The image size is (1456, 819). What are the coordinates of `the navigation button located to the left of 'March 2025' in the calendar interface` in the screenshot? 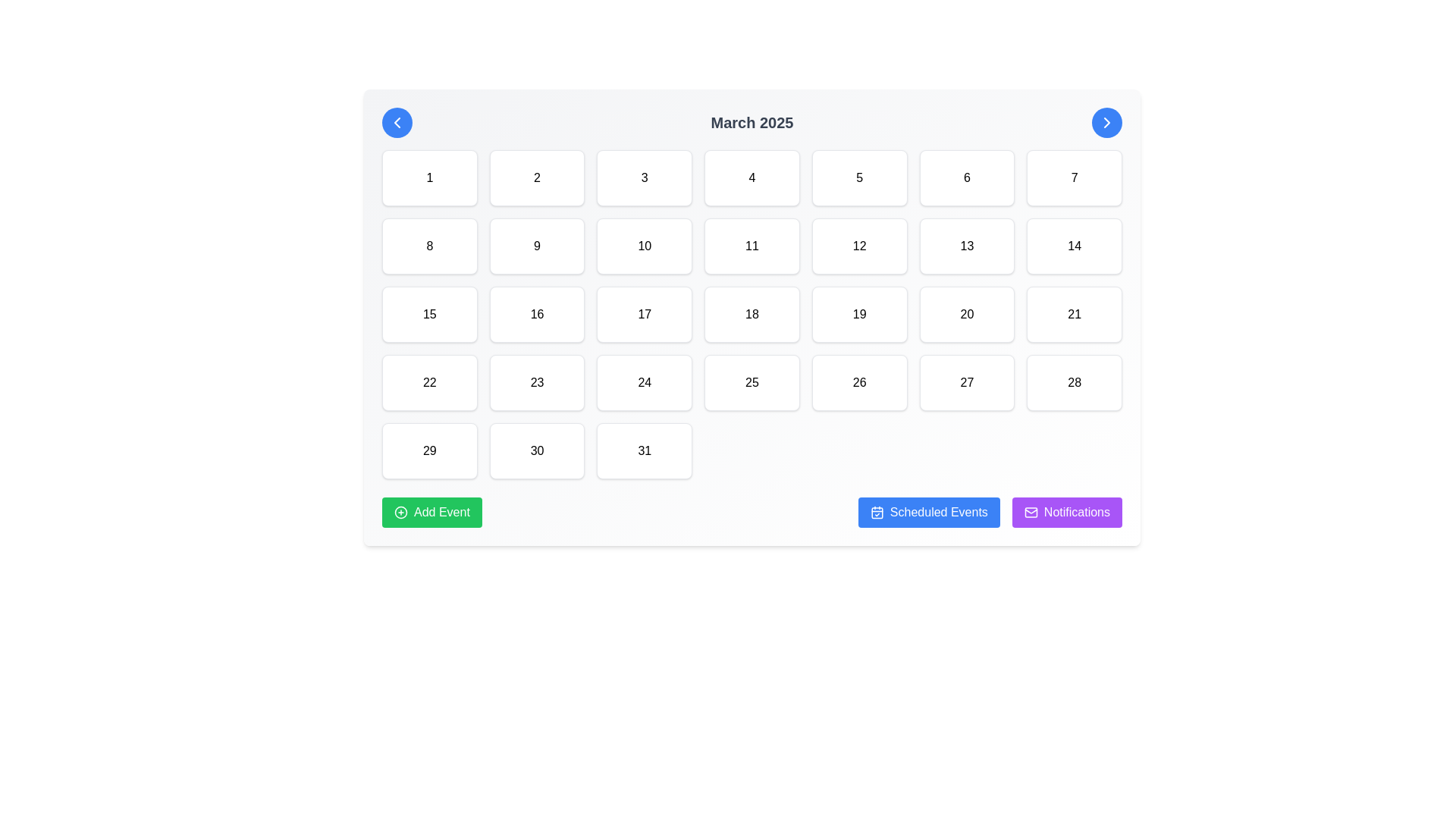 It's located at (397, 122).